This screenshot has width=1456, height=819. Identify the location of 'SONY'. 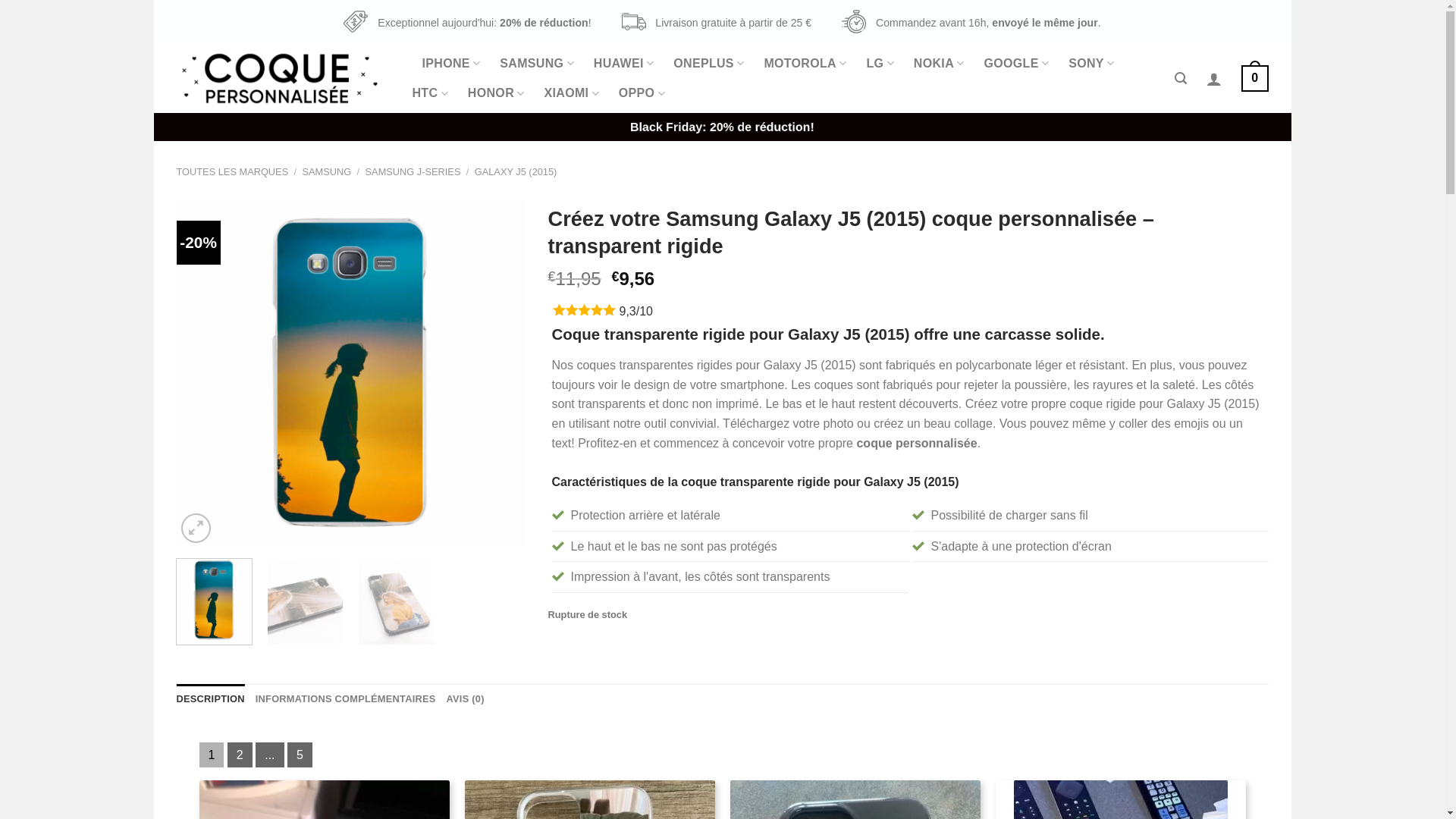
(1068, 62).